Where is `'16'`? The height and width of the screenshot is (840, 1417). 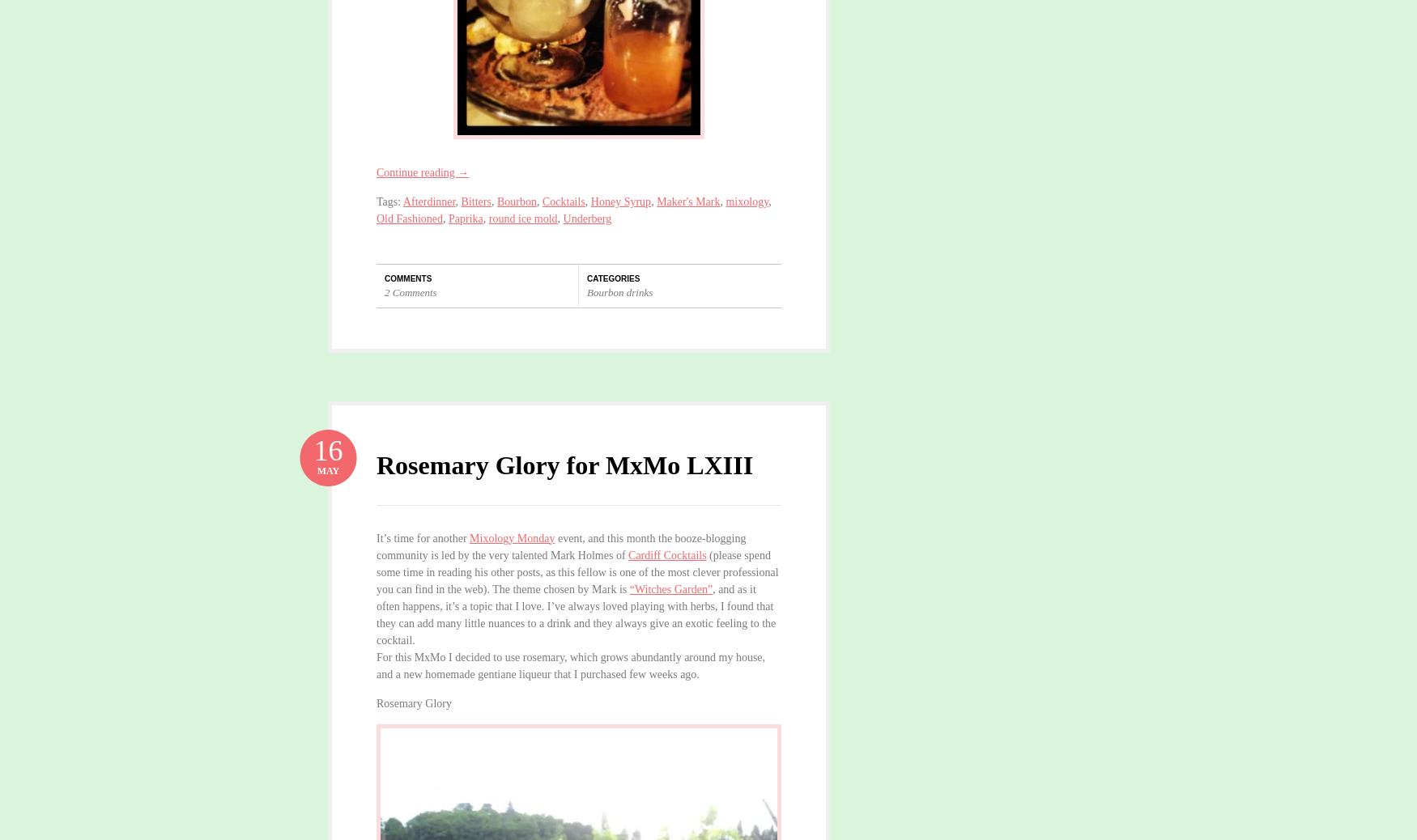
'16' is located at coordinates (326, 448).